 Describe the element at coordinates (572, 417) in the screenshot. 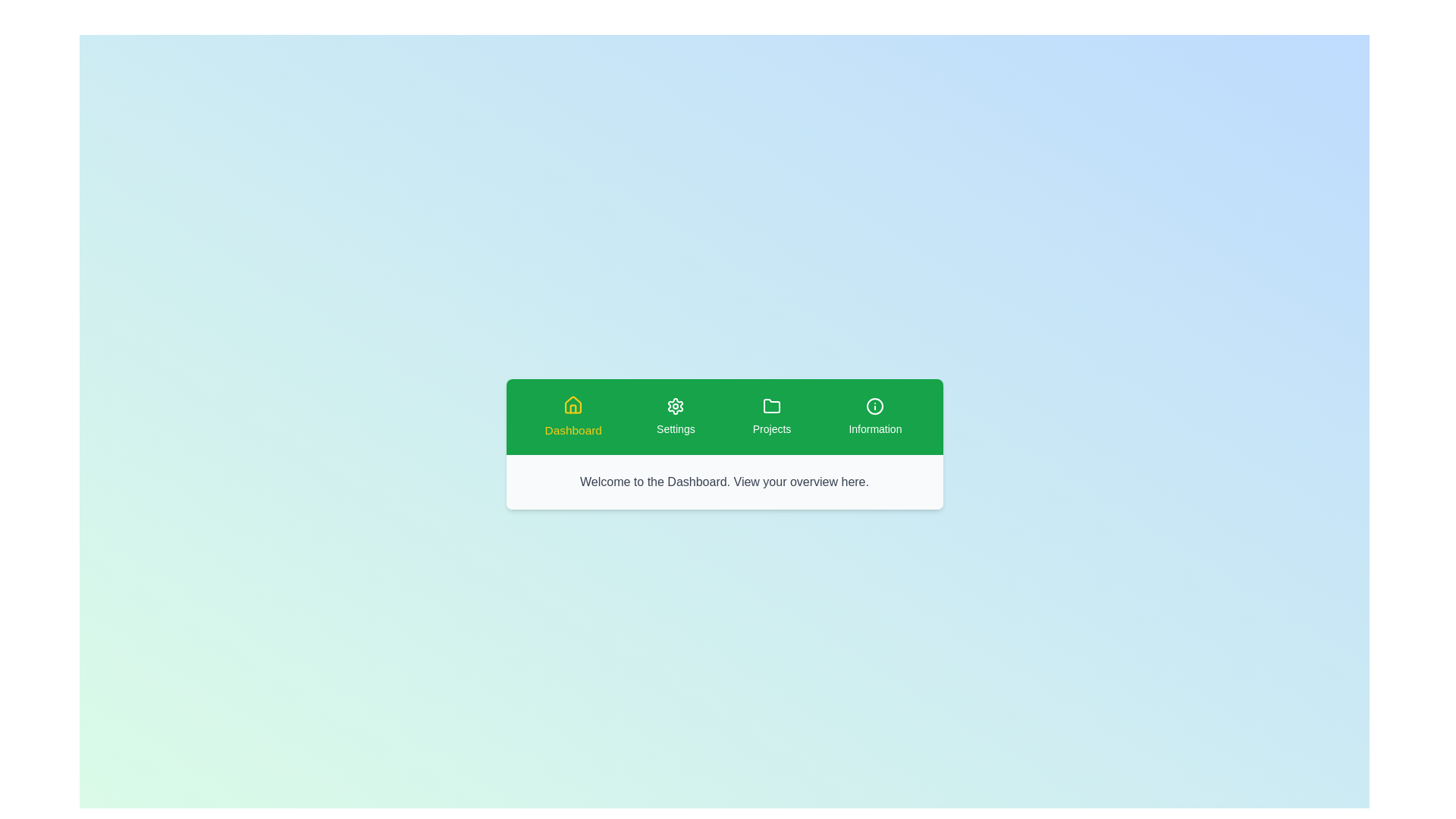

I see `the Dashboard tab to observe its hover effect` at that location.